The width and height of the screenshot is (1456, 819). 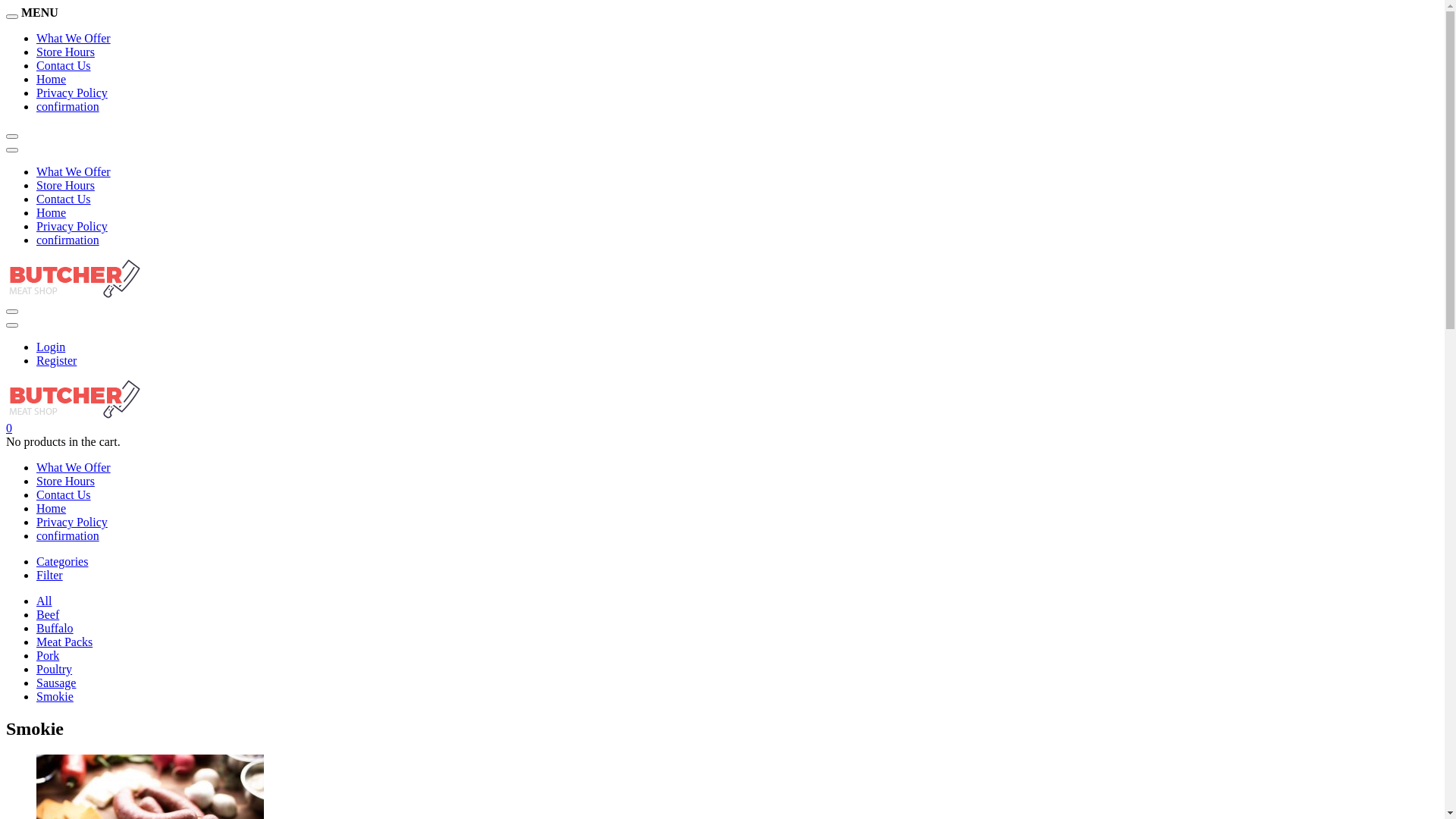 I want to click on 'Register', so click(x=56, y=360).